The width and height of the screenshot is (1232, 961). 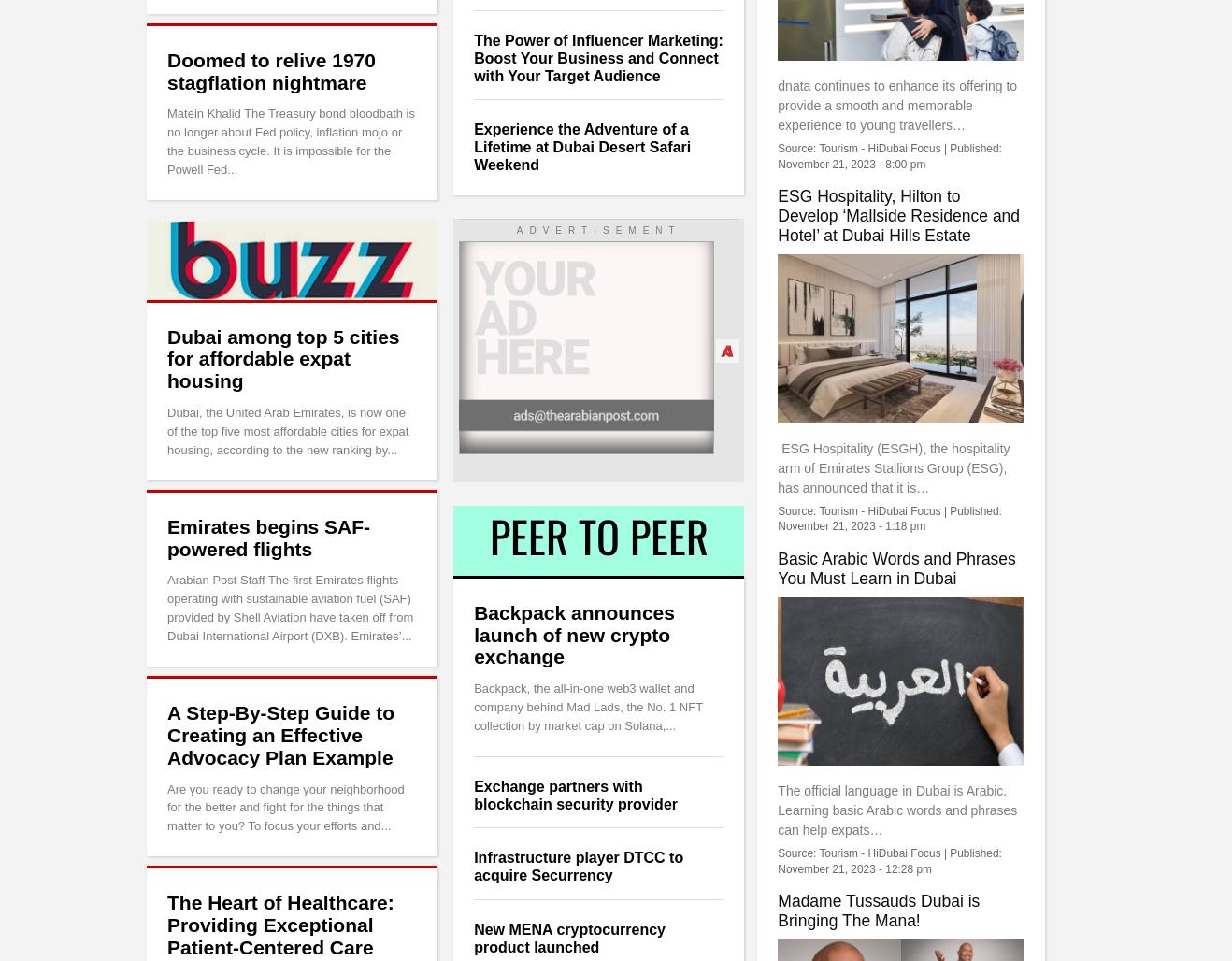 I want to click on 'Basic Arabic Words and Phrases You Must Learn in Dubai', so click(x=895, y=567).